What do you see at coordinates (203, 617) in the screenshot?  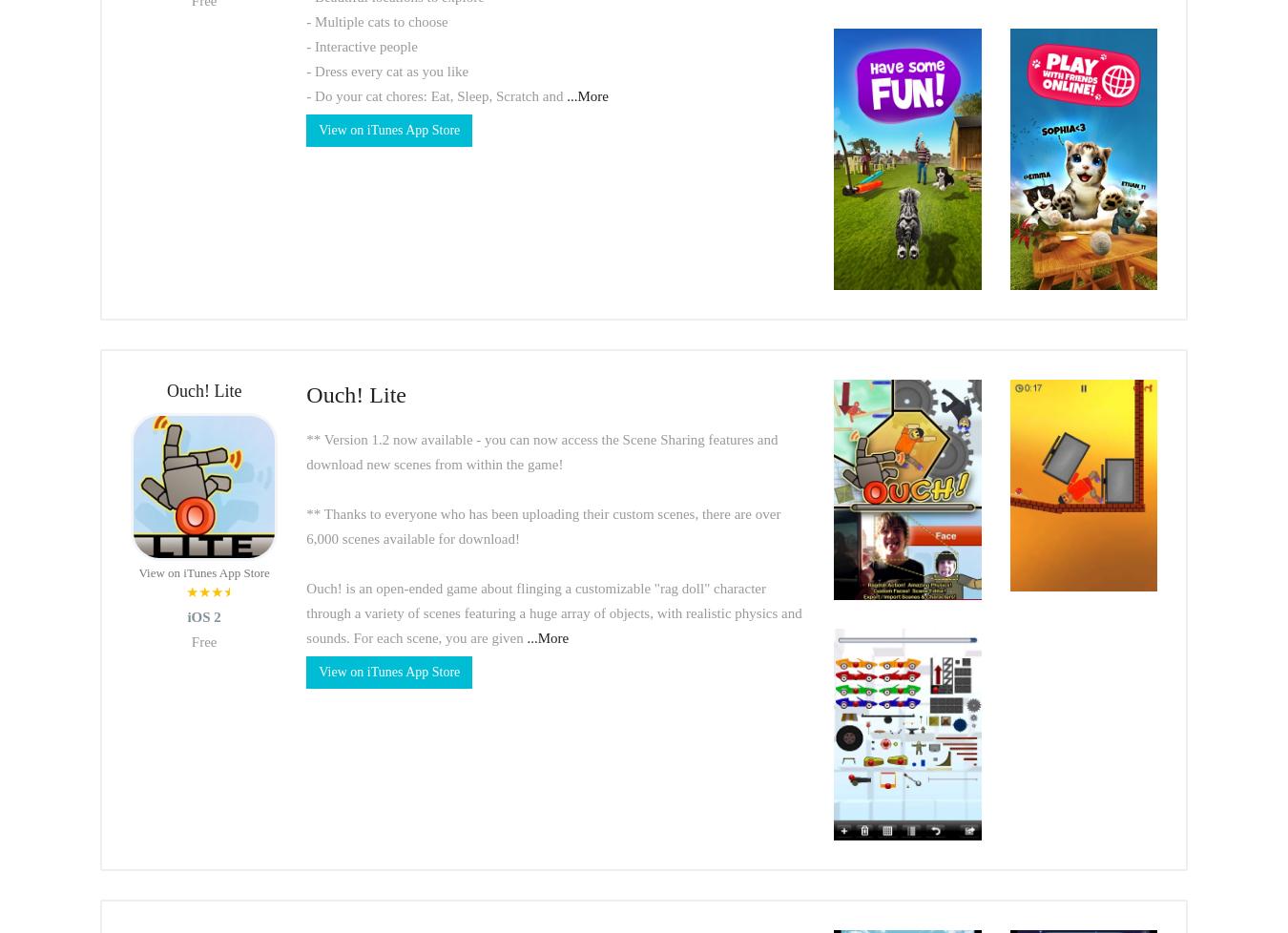 I see `'iOS 2'` at bounding box center [203, 617].